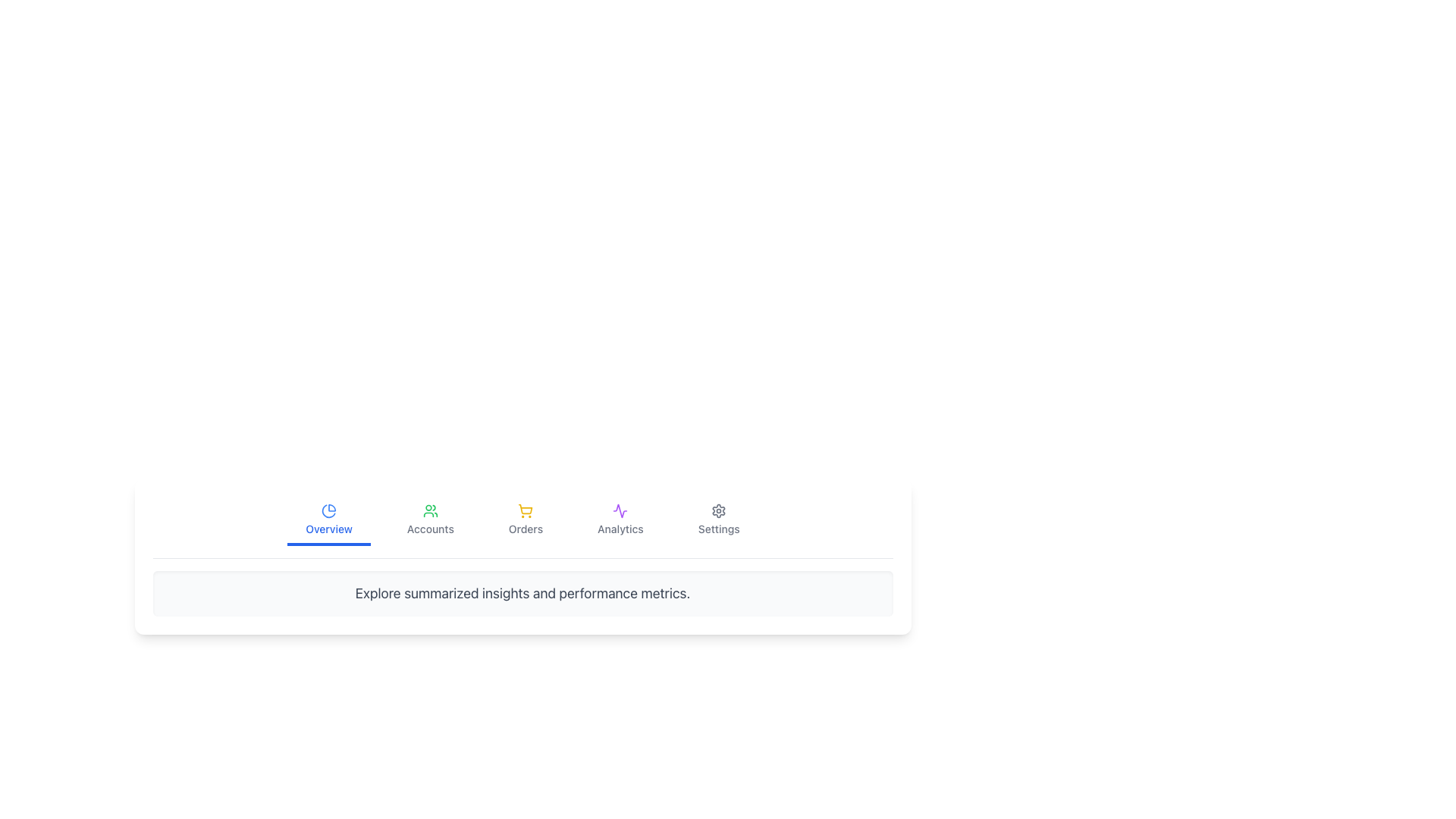 The height and width of the screenshot is (819, 1456). I want to click on the text label indicating the 'Analytics' navigation icon, so click(620, 529).